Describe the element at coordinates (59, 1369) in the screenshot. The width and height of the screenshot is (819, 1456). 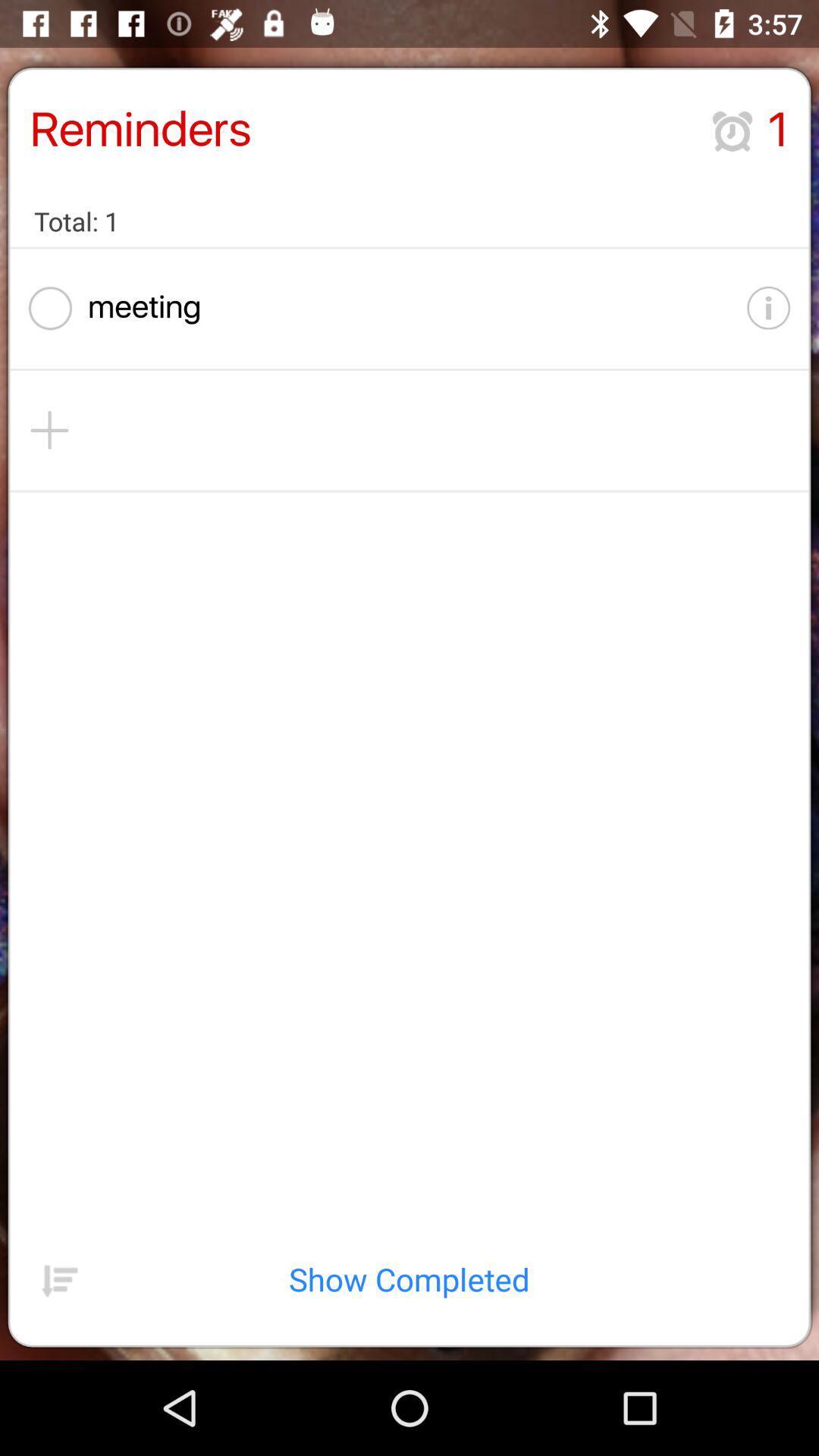
I see `the filter_list icon` at that location.